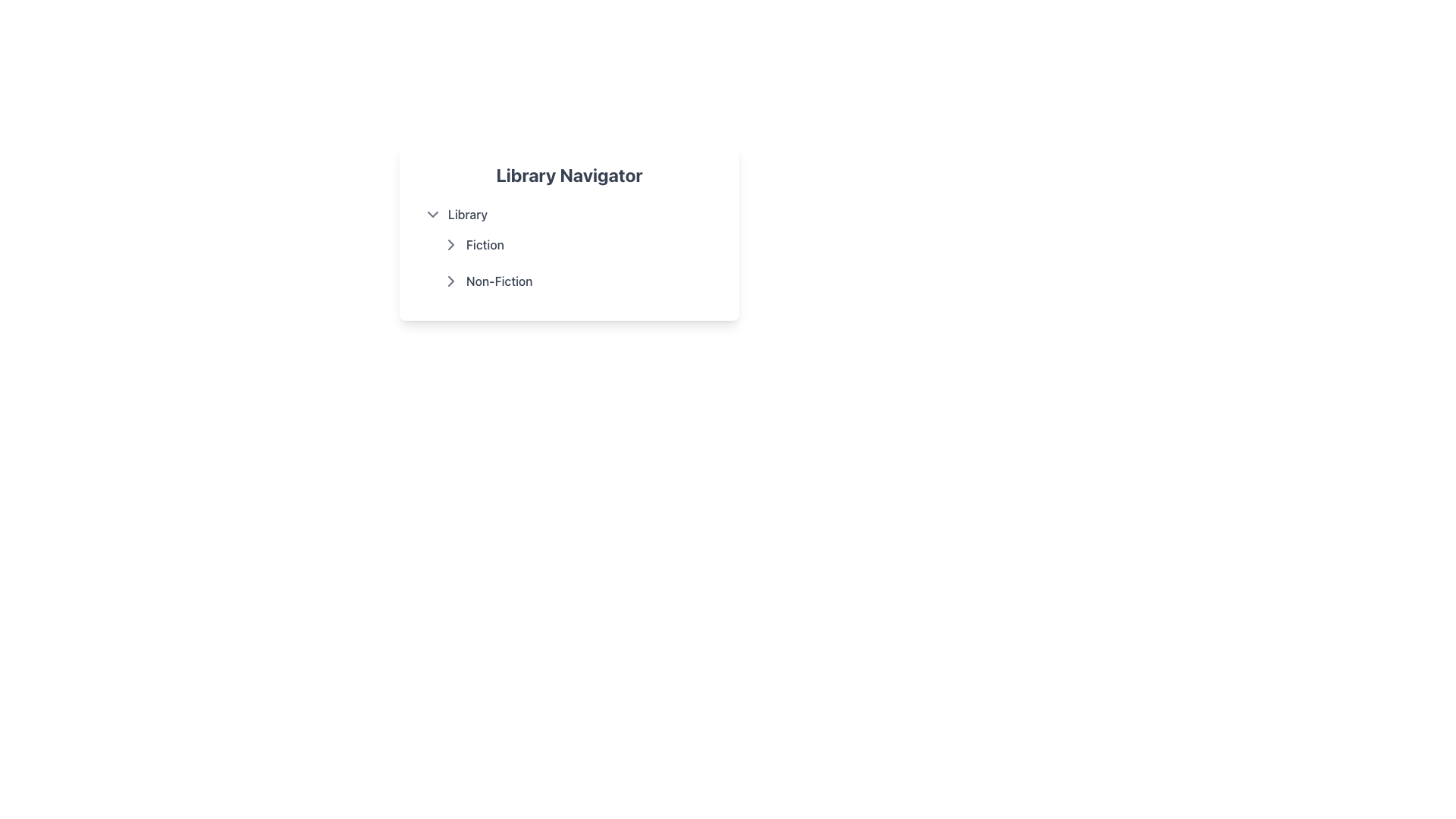  What do you see at coordinates (467, 214) in the screenshot?
I see `the 'Library' text label which indicates the navigation item in the interface, positioned to the right of the chevron icon` at bounding box center [467, 214].